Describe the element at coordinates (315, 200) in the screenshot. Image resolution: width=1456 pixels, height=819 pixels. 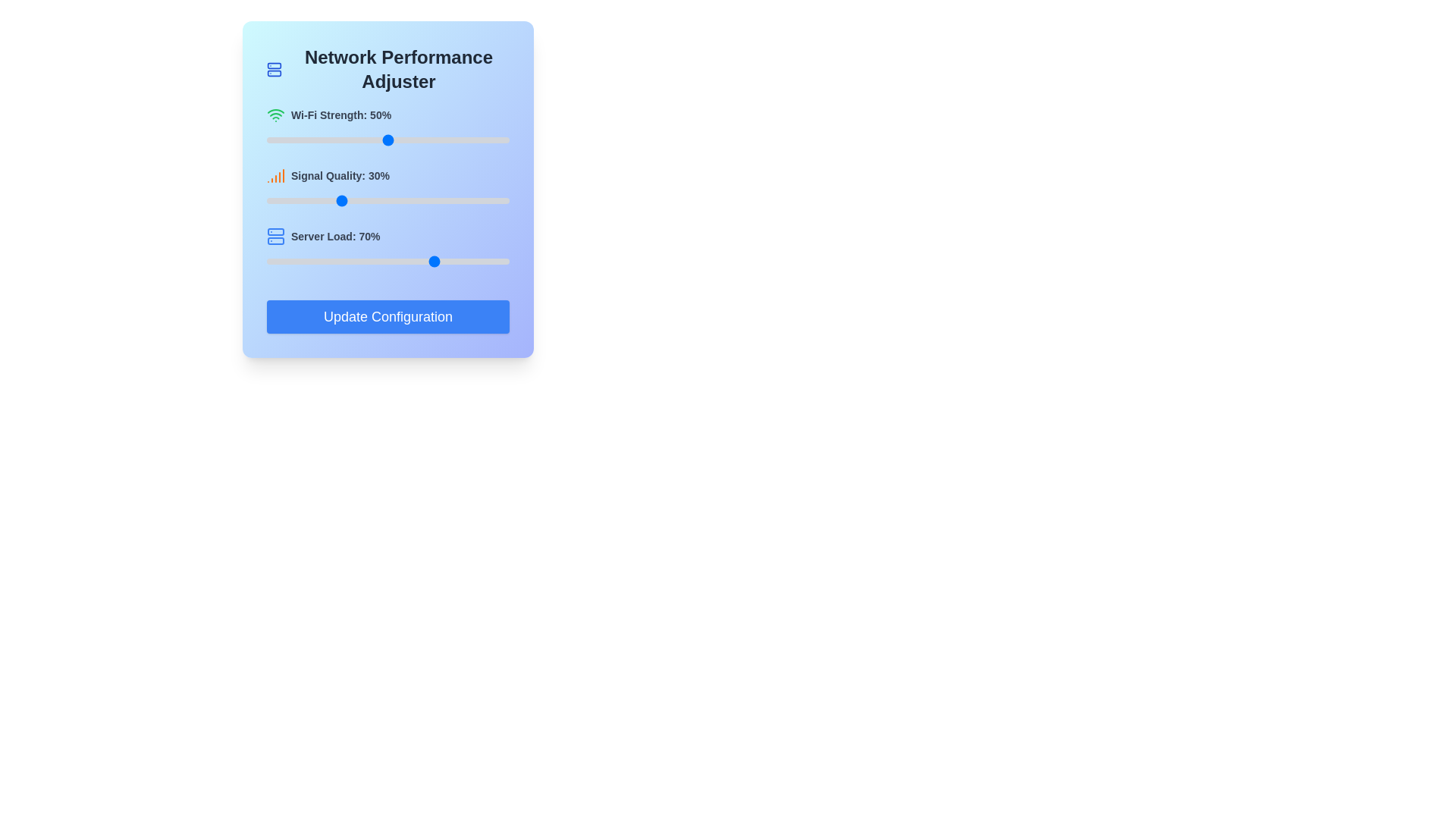
I see `the signal quality` at that location.